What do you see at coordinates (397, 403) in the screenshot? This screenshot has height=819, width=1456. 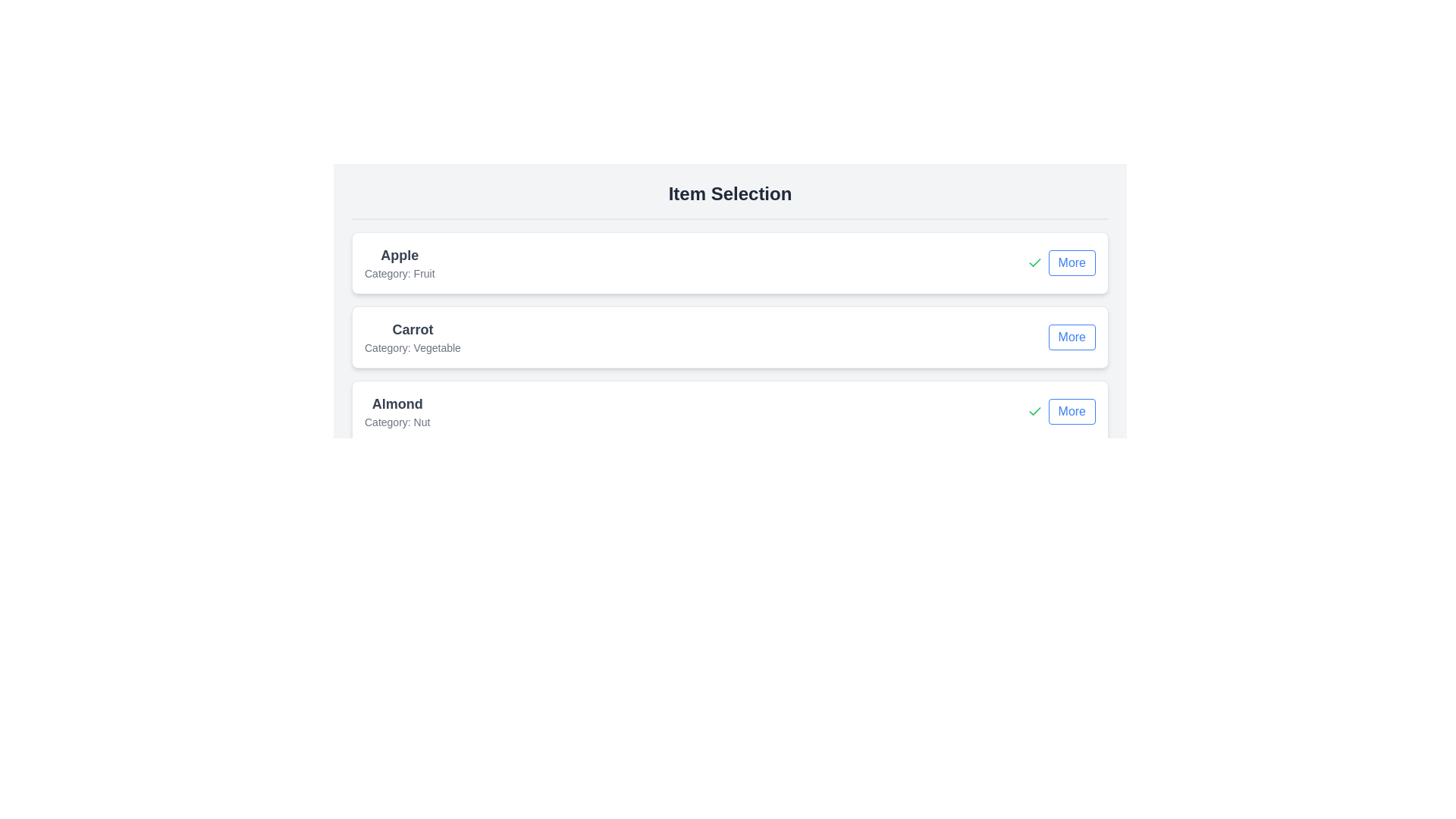 I see `the Text Label that represents the item 'Almond', which is positioned above the text 'Category: Nut' in the categorized list` at bounding box center [397, 403].